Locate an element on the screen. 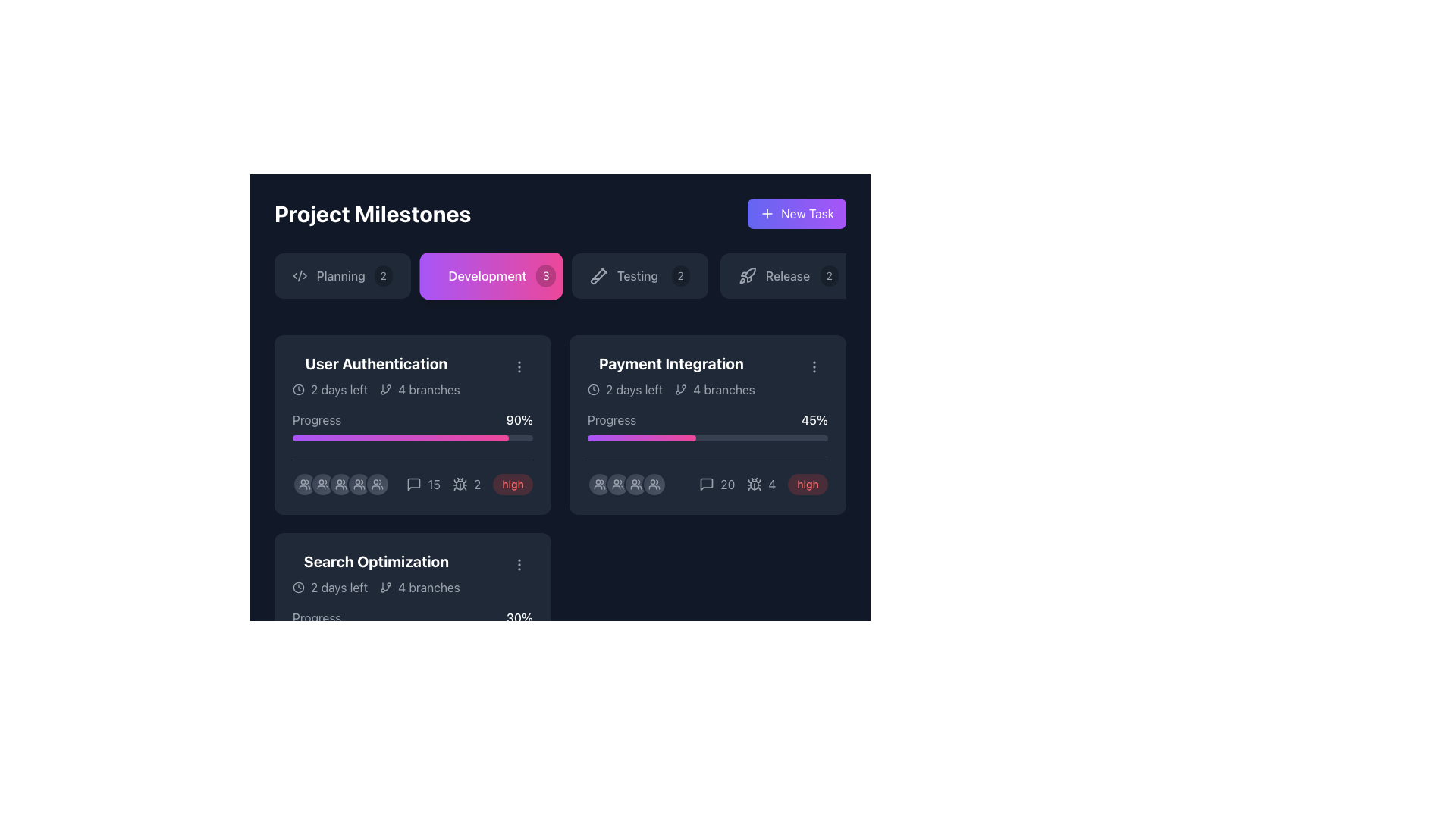  the fifth user icon associated with the 'User Authentication' project milestone located below the progress bar is located at coordinates (359, 485).